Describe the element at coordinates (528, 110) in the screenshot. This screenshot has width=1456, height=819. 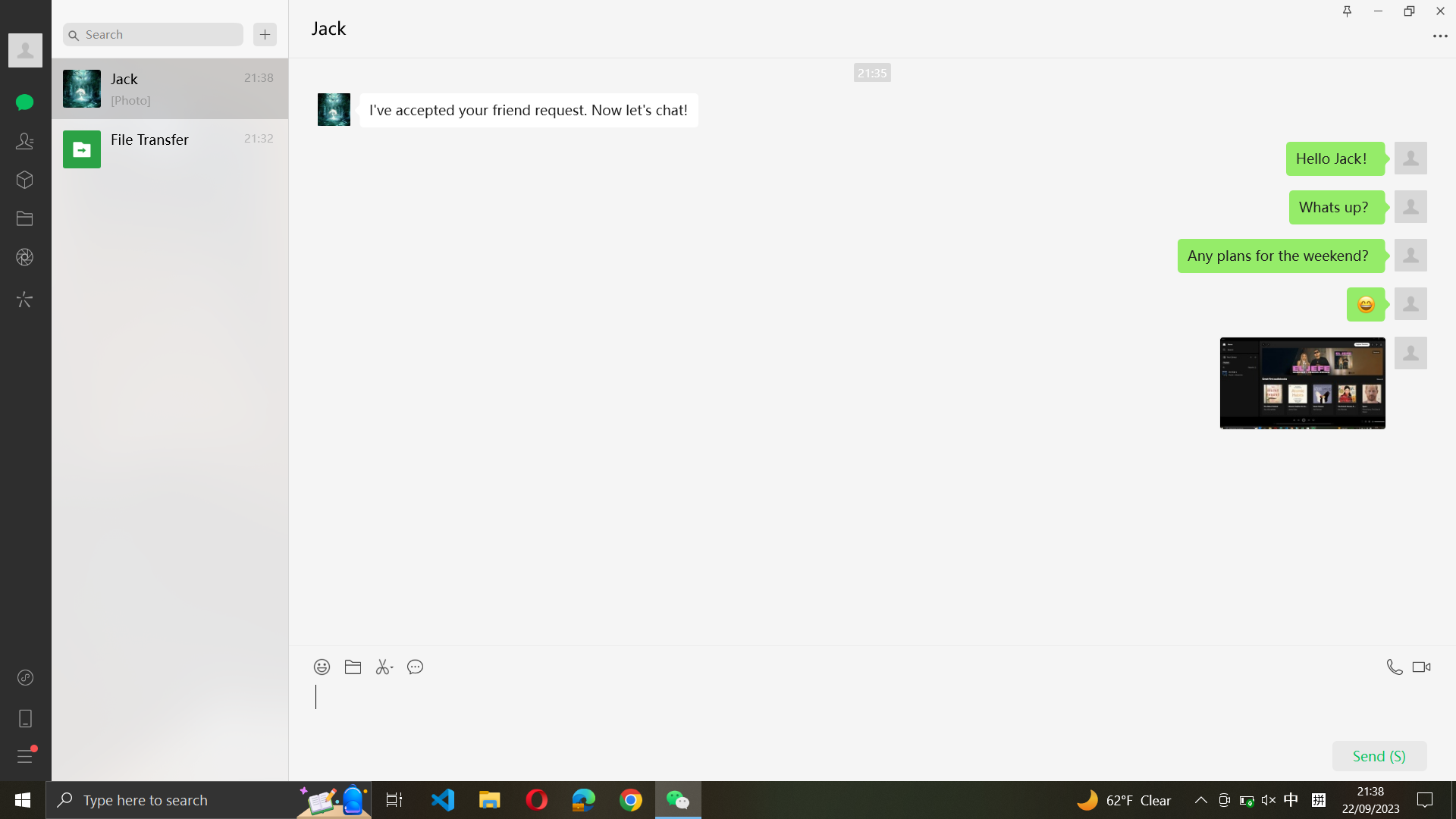
I see `Duplicate a message sent by Jack` at that location.